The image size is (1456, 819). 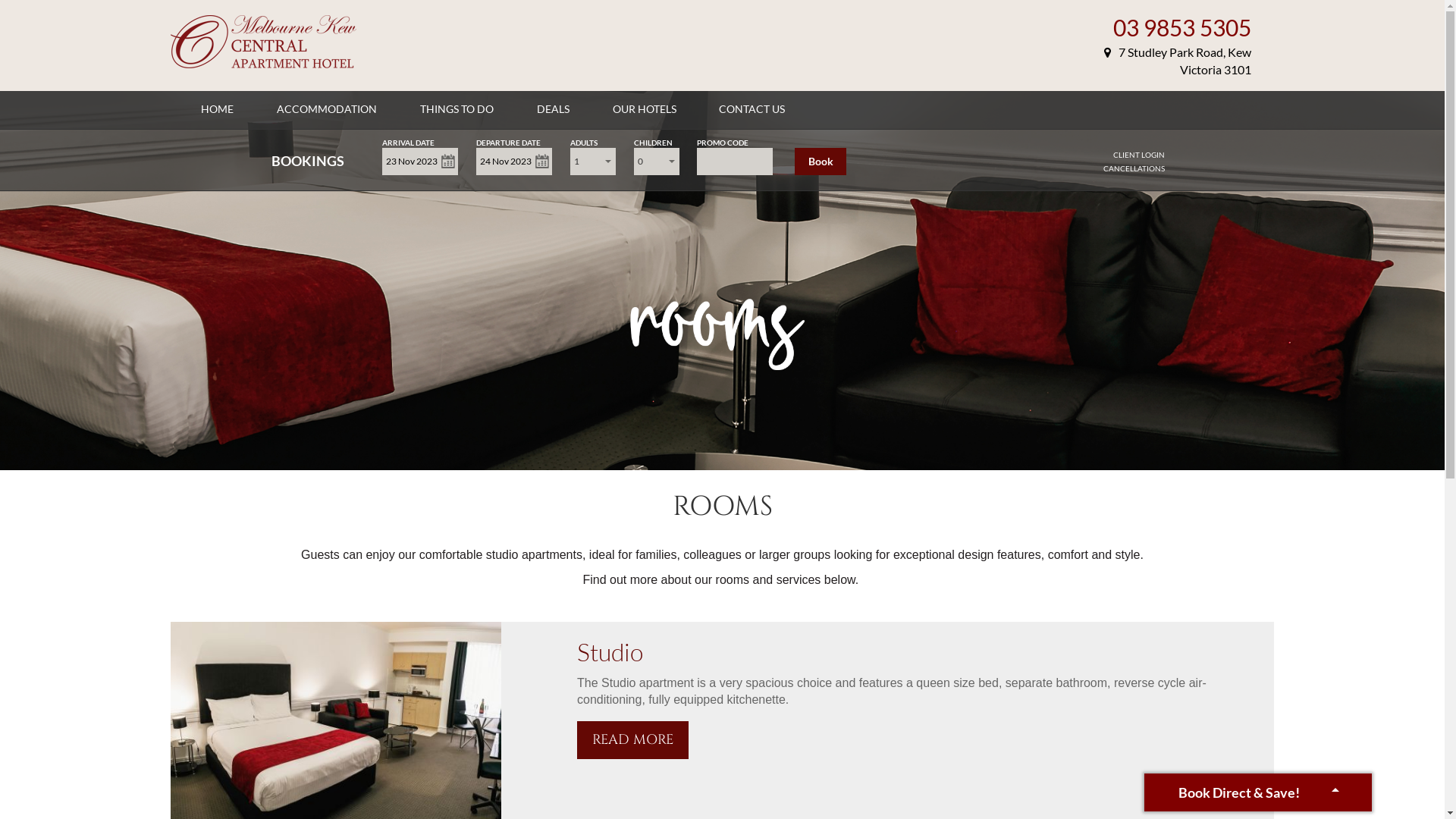 What do you see at coordinates (819, 161) in the screenshot?
I see `'Book'` at bounding box center [819, 161].